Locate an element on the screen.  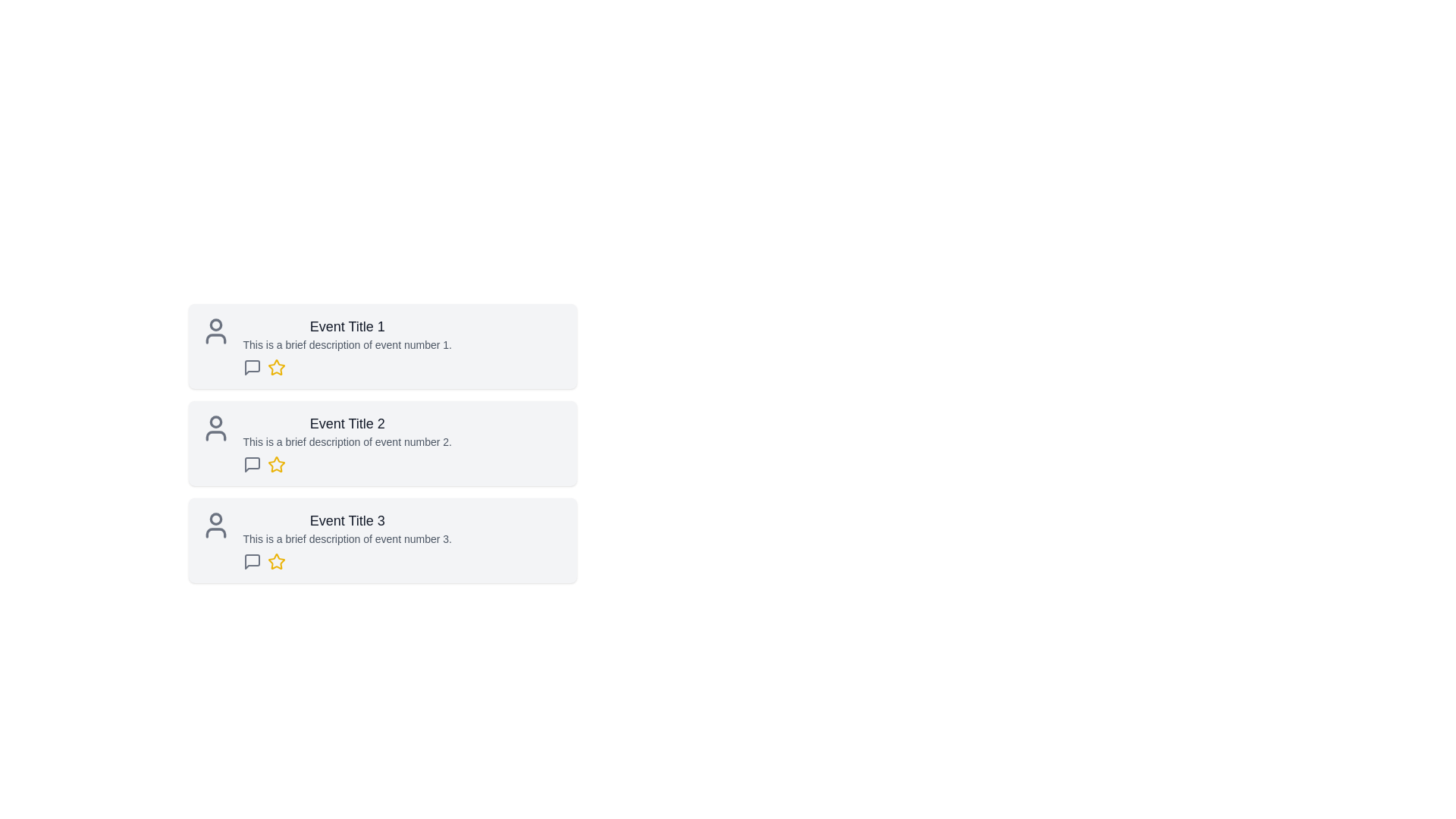
text from the small gray text block that contains 'This is a brief description of event number 3.' located below the title 'Event Title 3' in the third event card is located at coordinates (347, 538).